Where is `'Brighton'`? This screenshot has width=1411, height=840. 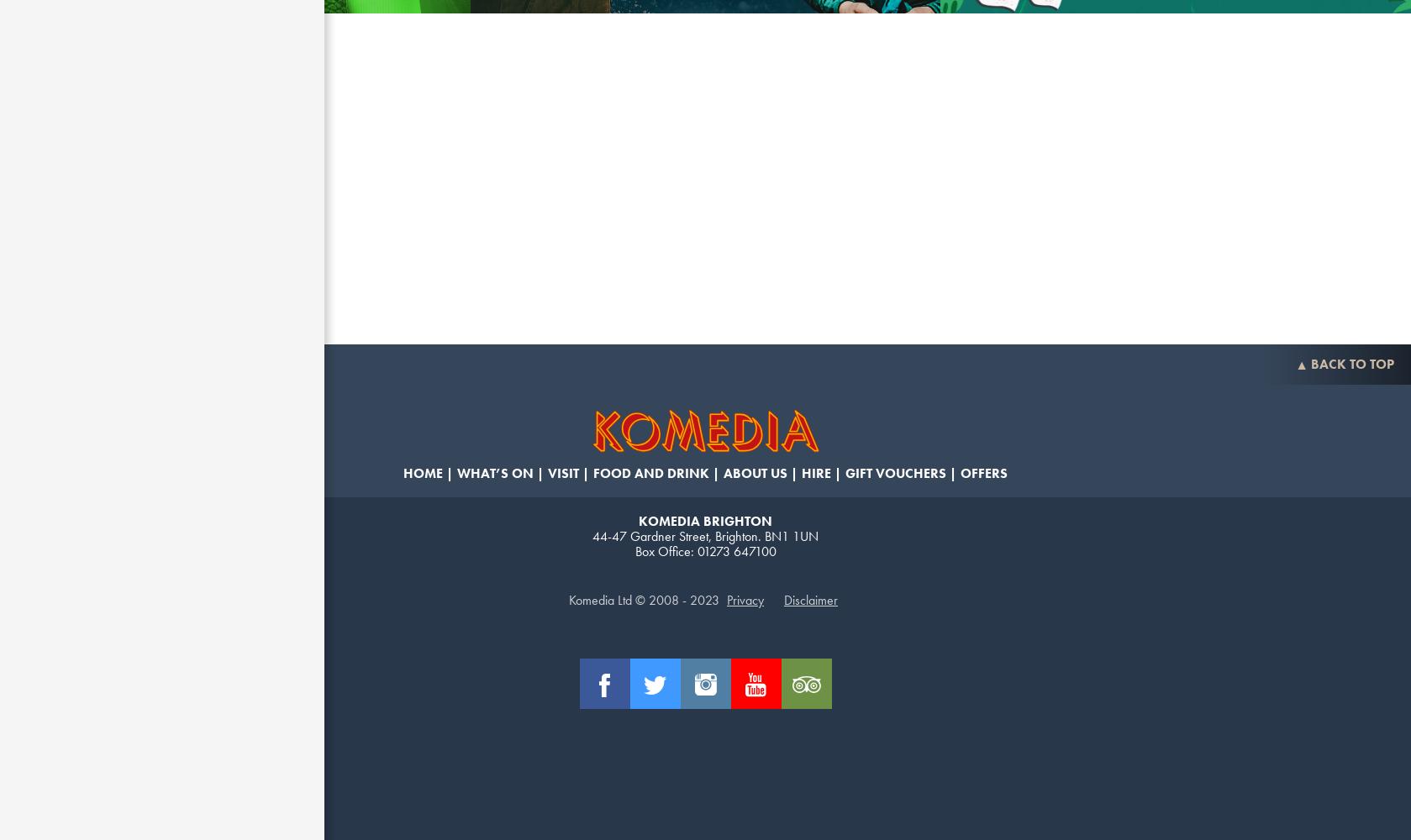 'Brighton' is located at coordinates (735, 536).